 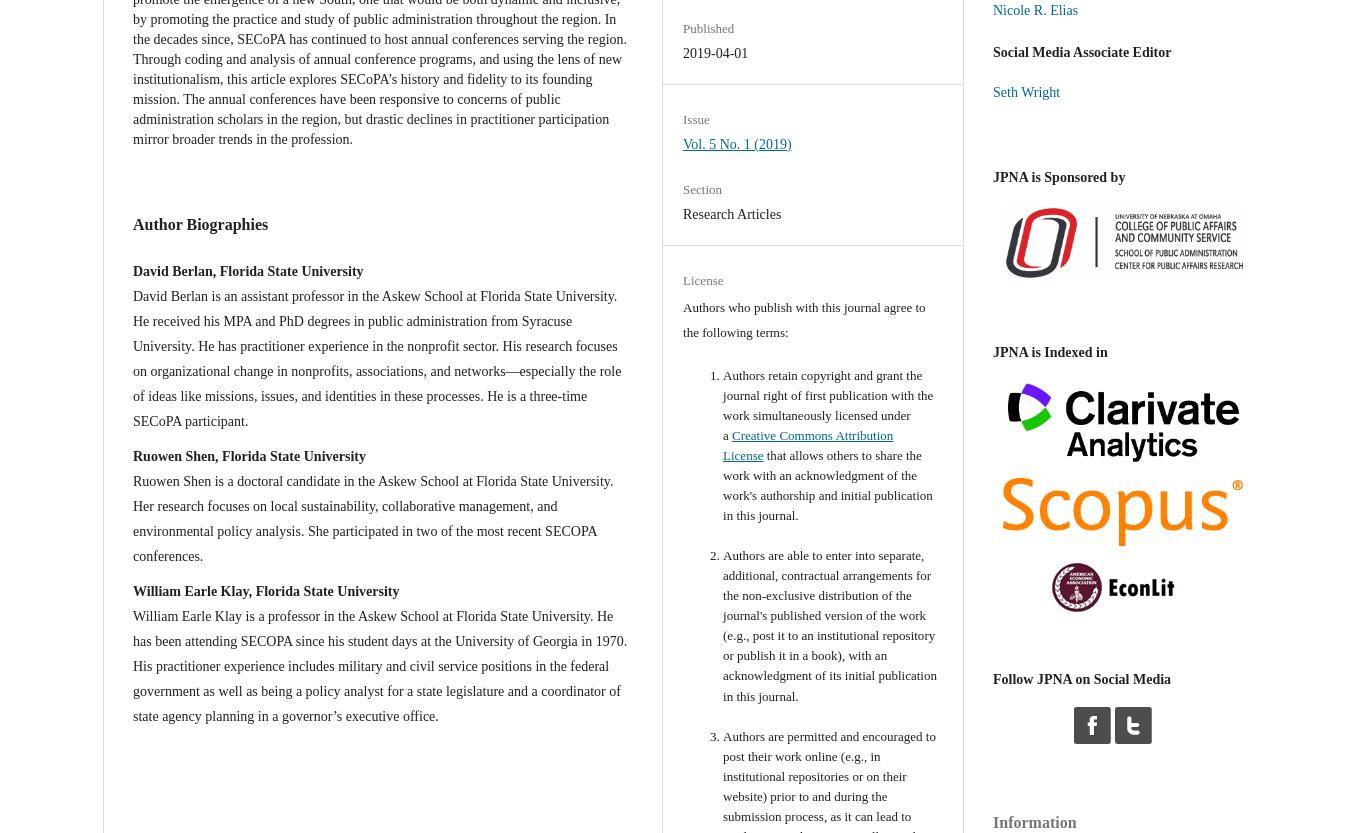 What do you see at coordinates (199, 222) in the screenshot?
I see `'Author Biographies'` at bounding box center [199, 222].